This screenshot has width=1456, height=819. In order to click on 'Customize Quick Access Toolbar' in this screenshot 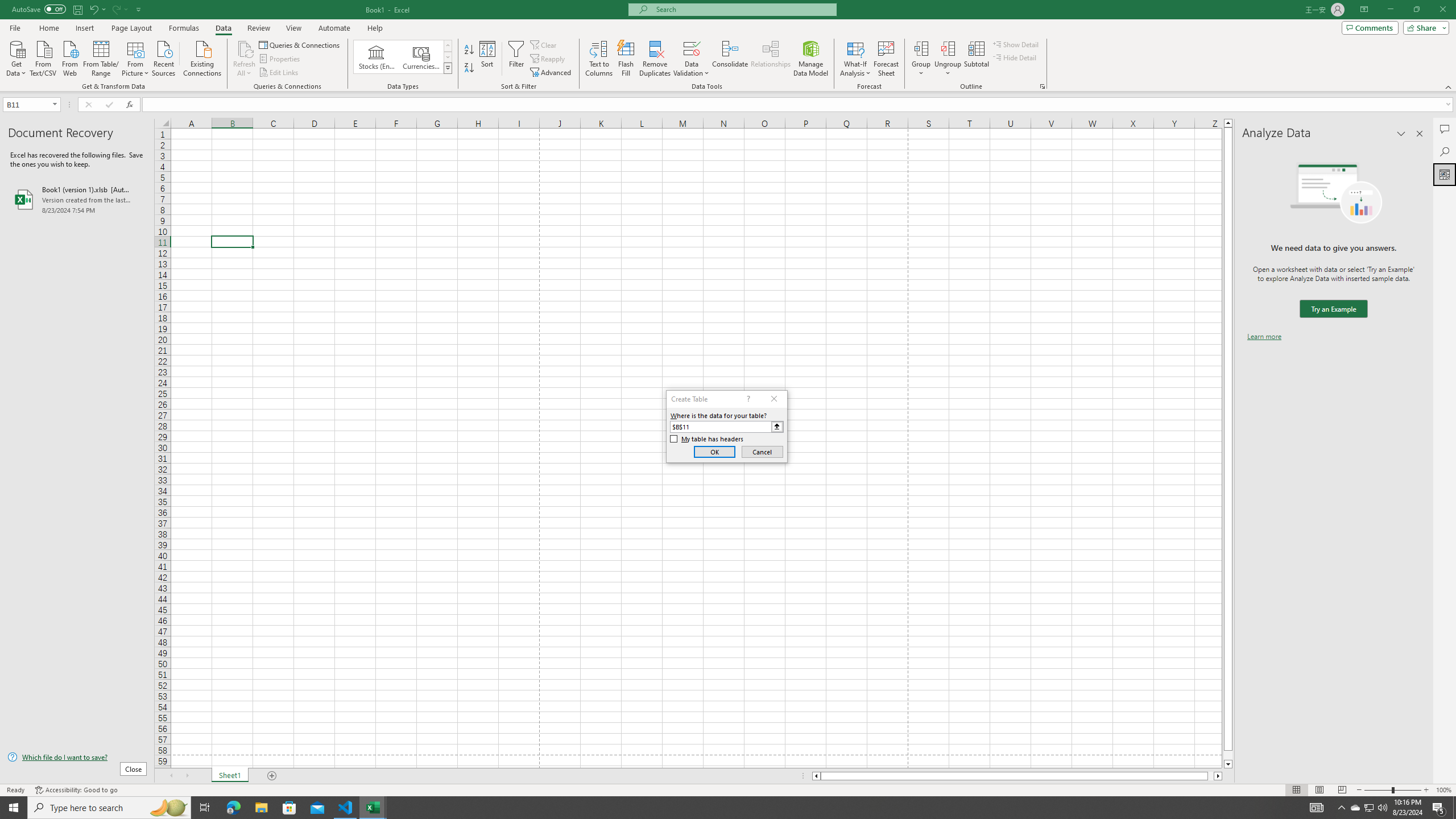, I will do `click(139, 9)`.